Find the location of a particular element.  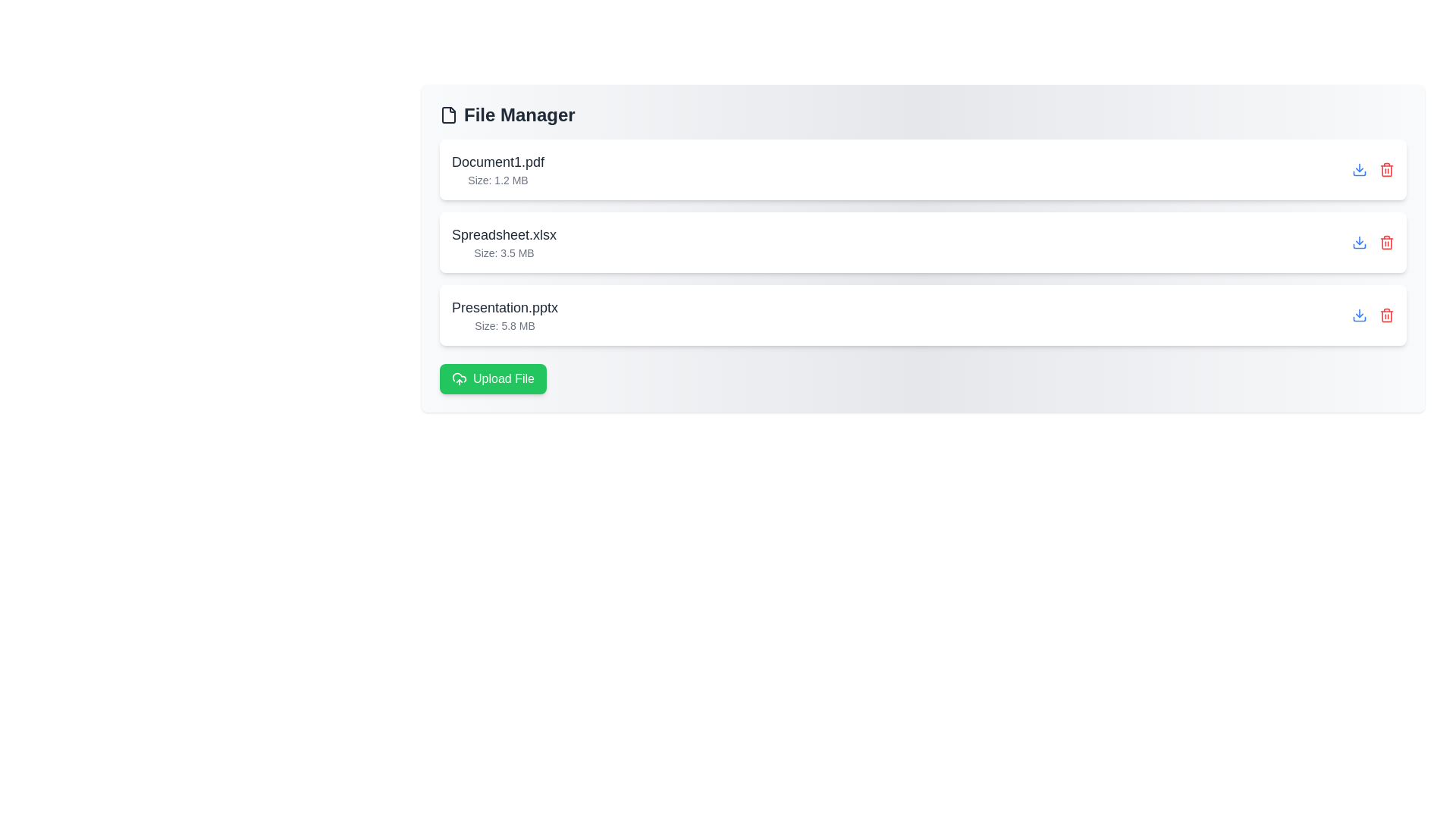

delete button for the file named Spreadsheet.xlsx is located at coordinates (1386, 242).